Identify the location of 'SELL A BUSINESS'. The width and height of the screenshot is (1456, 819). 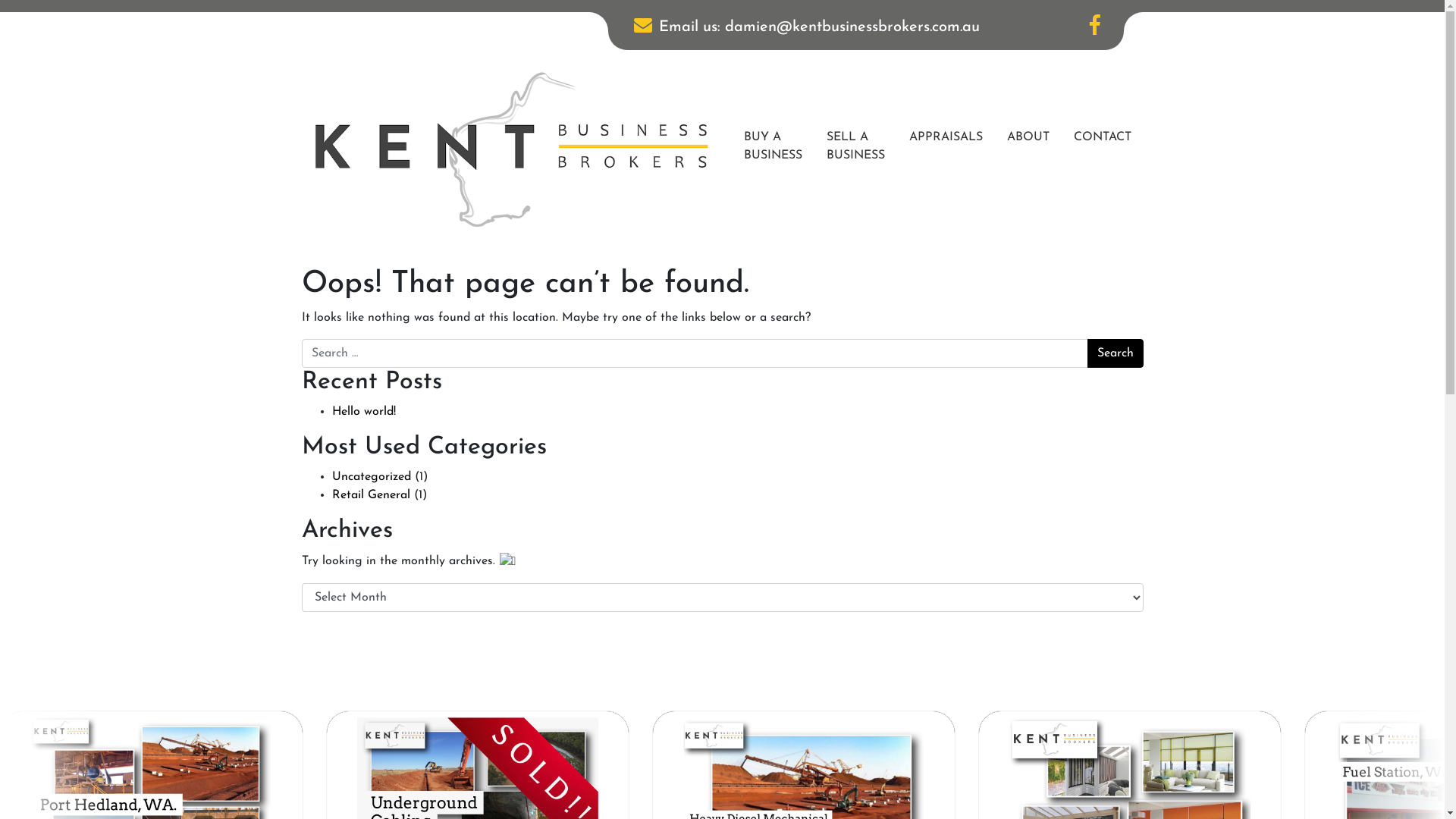
(855, 146).